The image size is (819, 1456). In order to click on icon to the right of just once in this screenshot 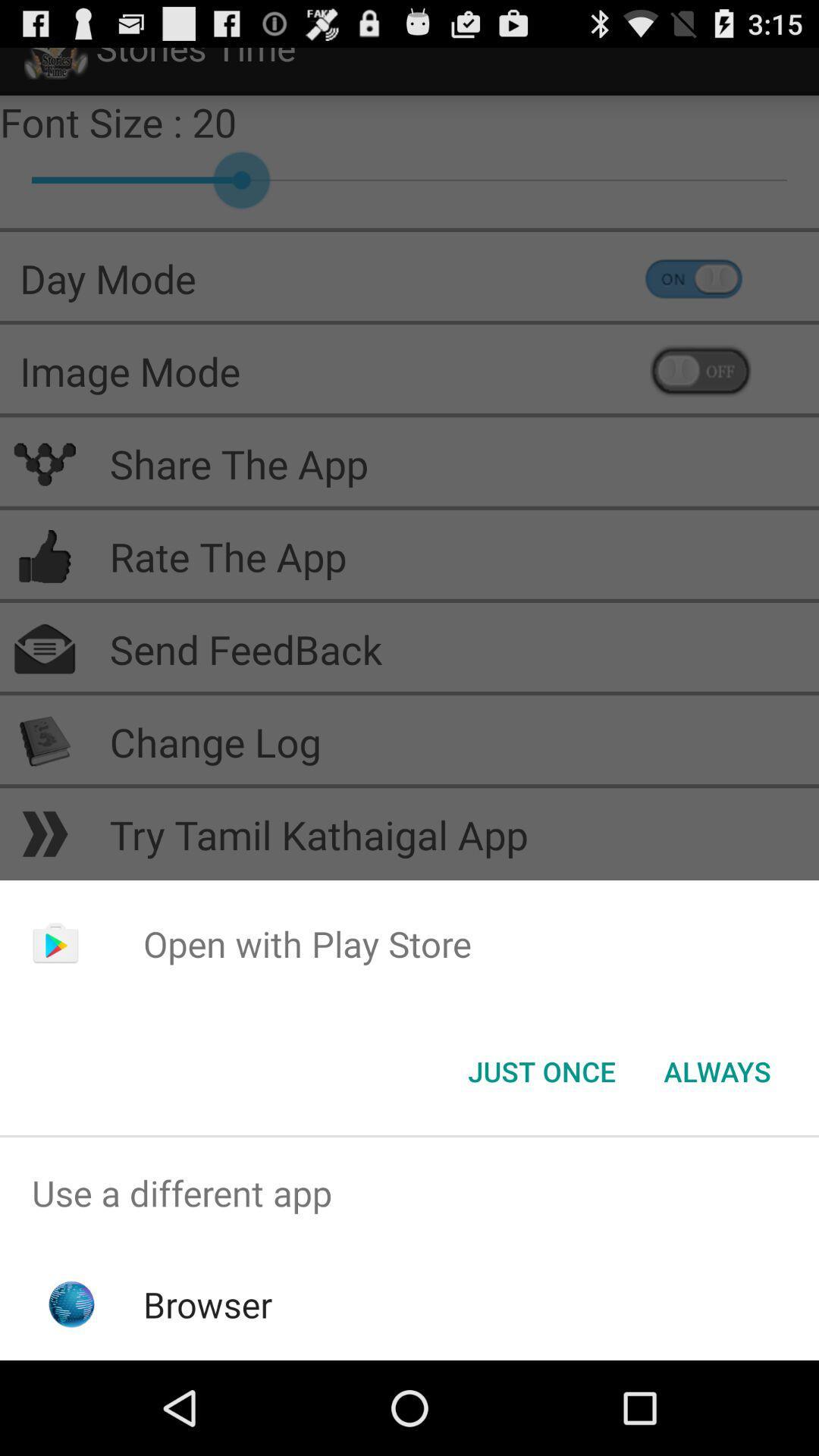, I will do `click(717, 1070)`.